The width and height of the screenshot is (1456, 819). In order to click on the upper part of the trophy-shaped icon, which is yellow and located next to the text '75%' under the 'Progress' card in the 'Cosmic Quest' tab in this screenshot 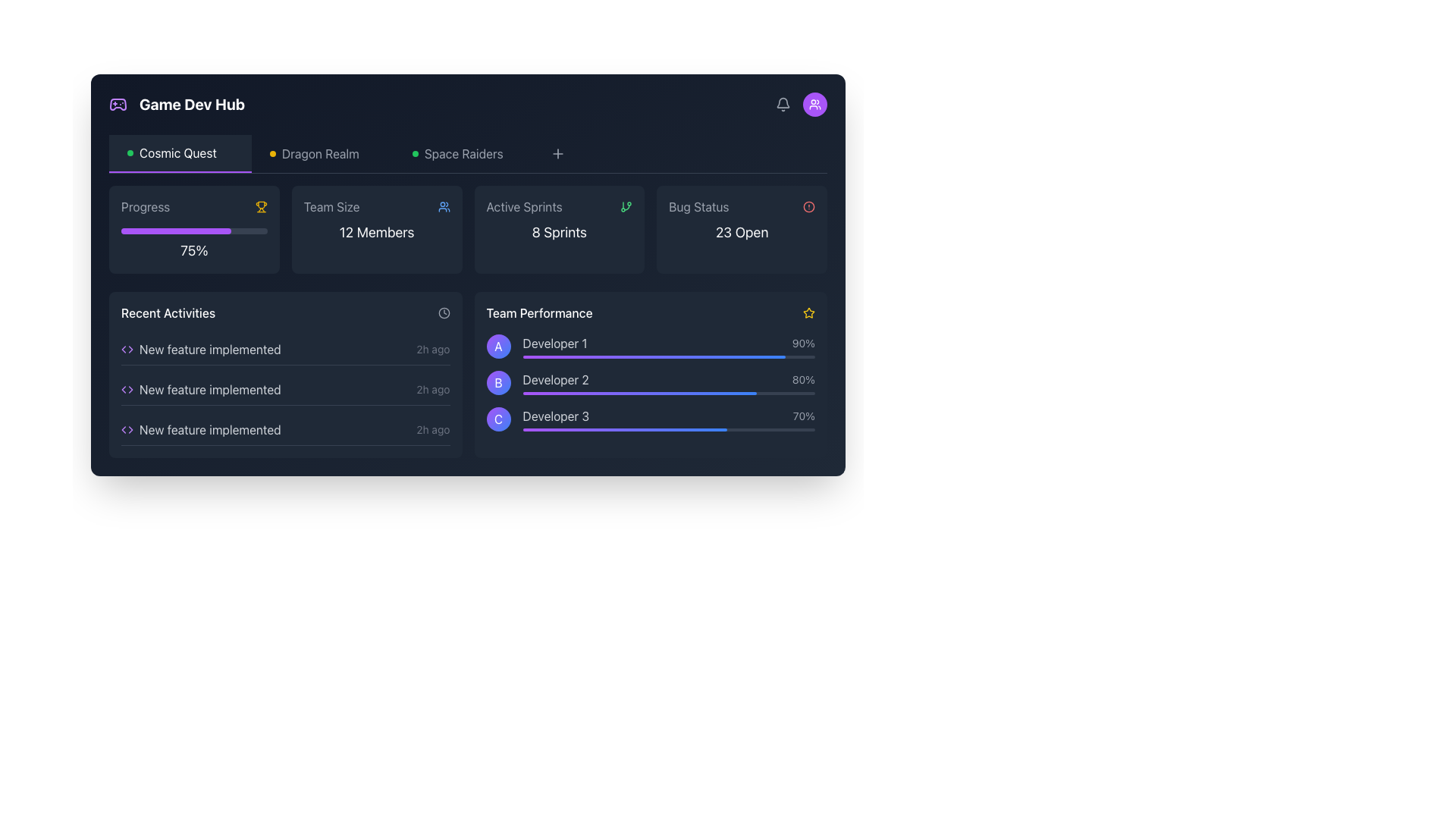, I will do `click(261, 205)`.